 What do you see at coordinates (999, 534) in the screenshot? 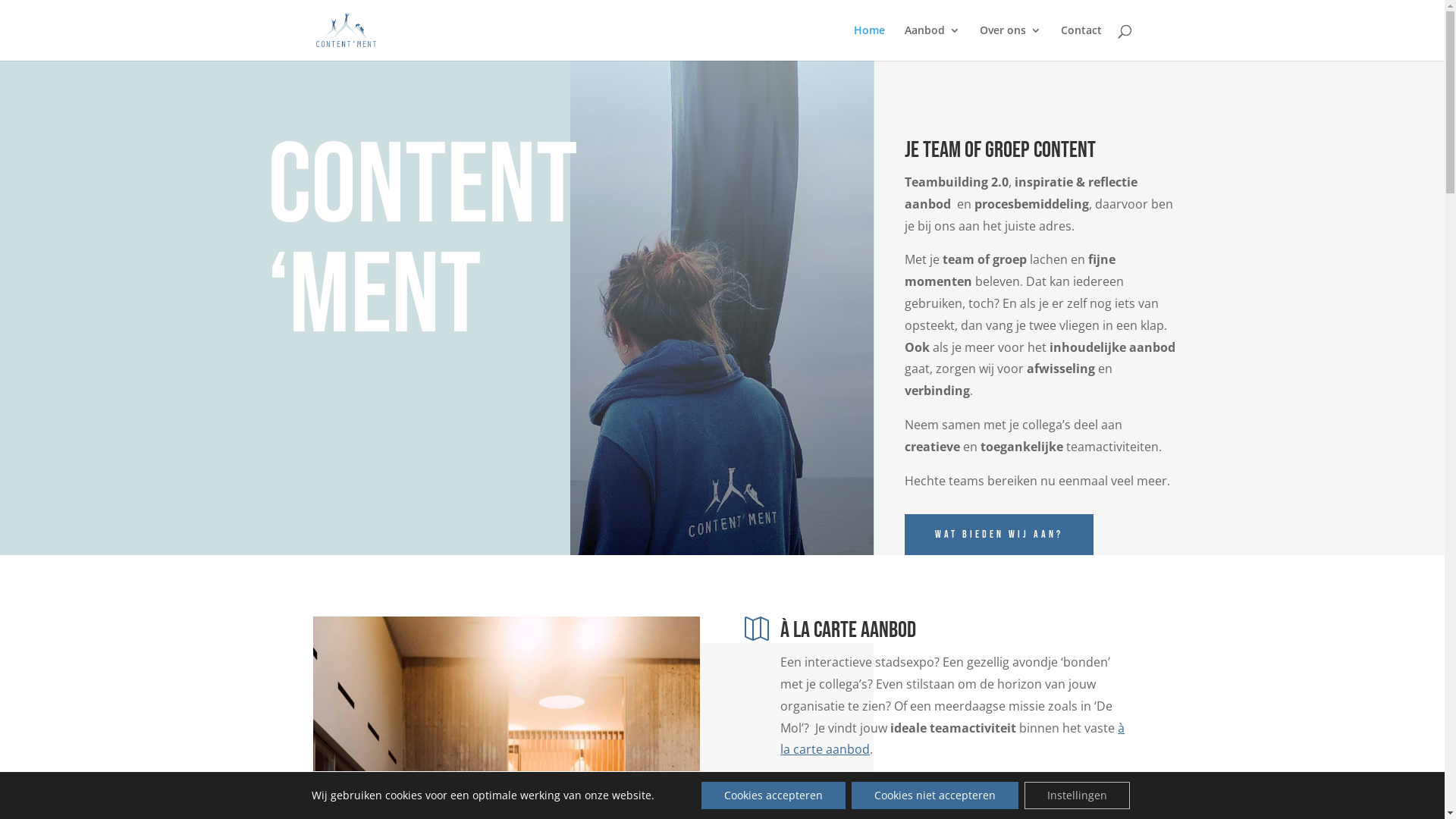
I see `'Wat bieden wij aan?'` at bounding box center [999, 534].